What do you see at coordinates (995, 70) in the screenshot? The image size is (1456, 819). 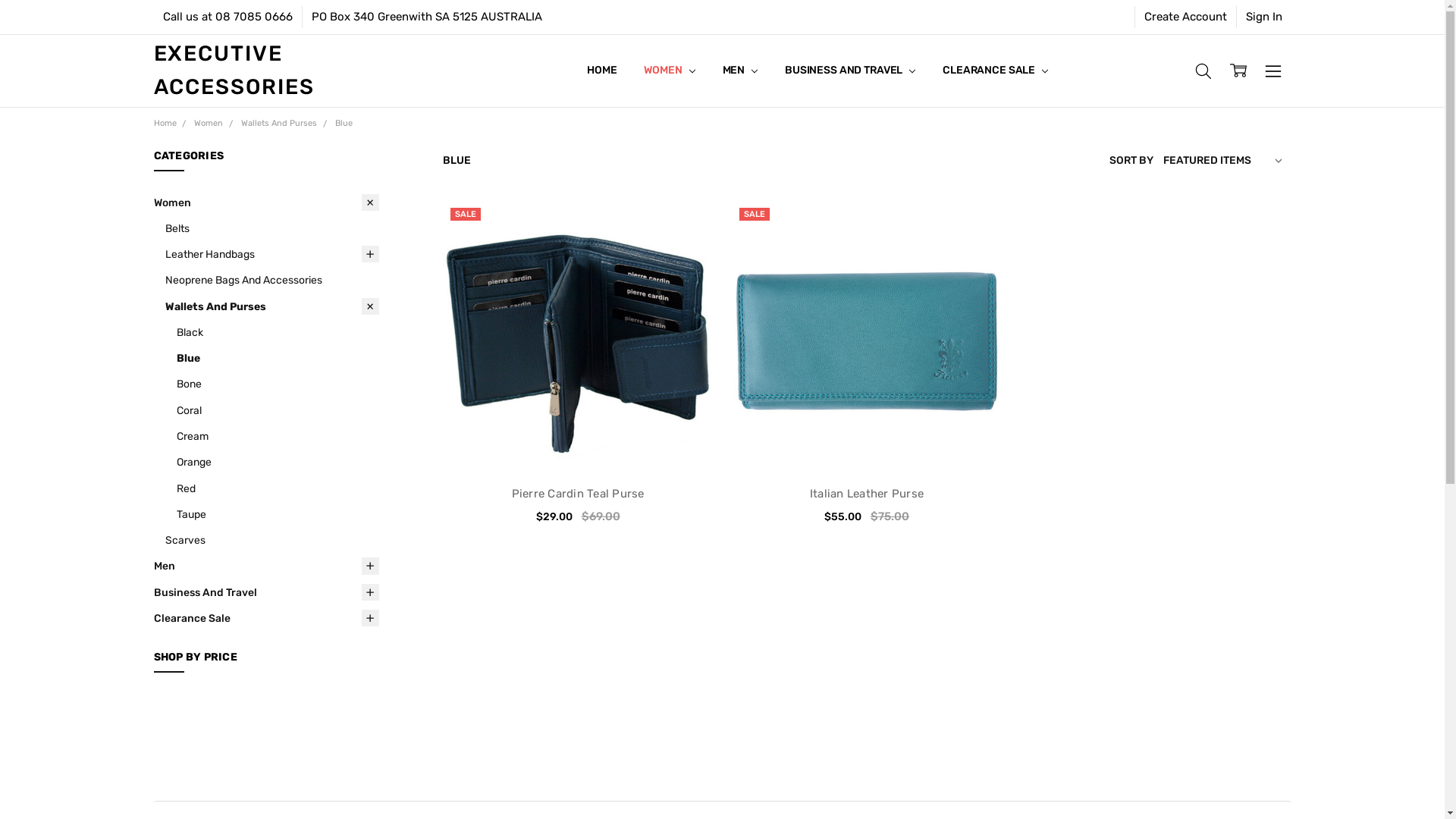 I see `'CLEARANCE SALE'` at bounding box center [995, 70].